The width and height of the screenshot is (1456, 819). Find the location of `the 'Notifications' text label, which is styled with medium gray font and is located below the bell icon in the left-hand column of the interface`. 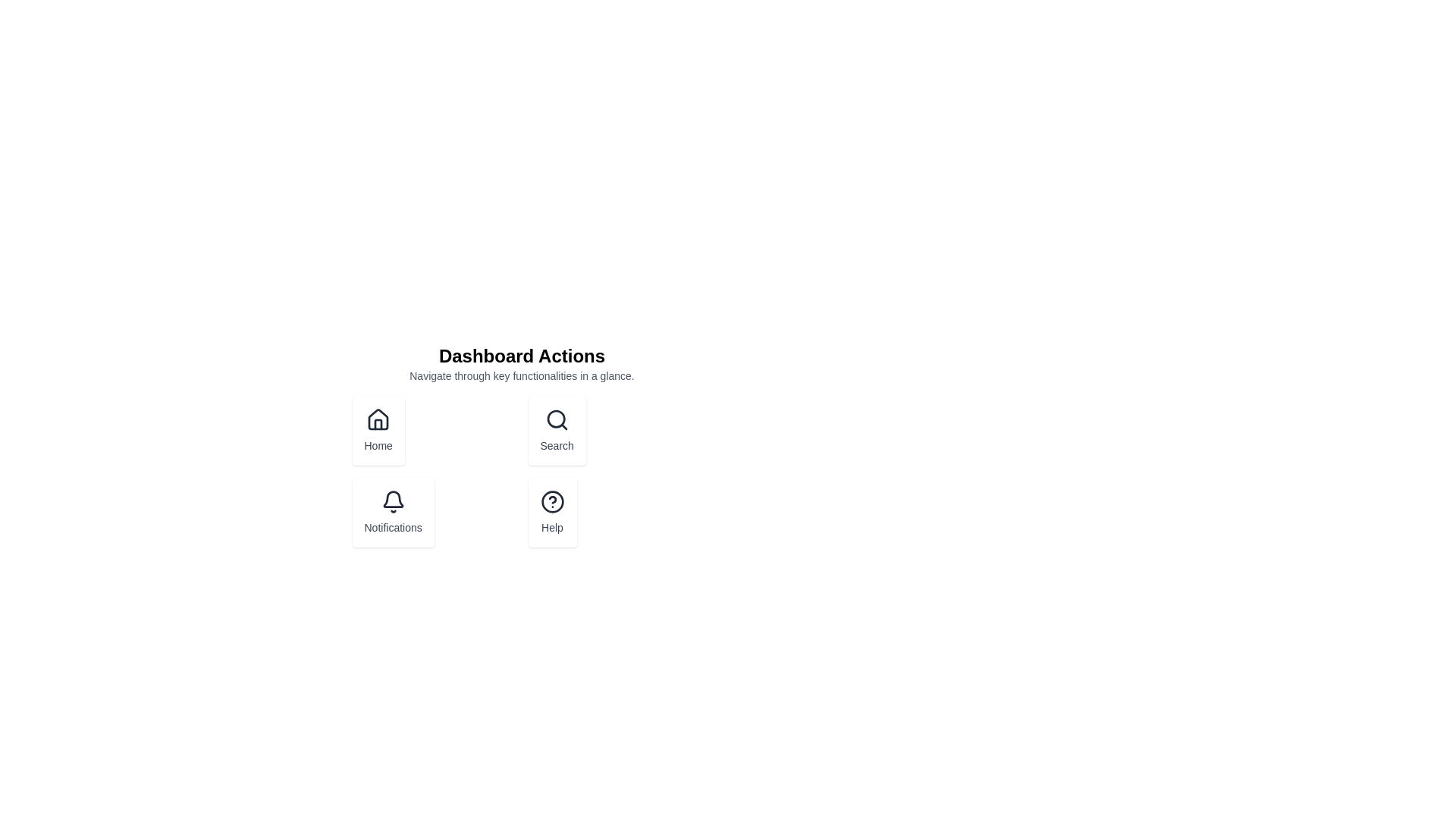

the 'Notifications' text label, which is styled with medium gray font and is located below the bell icon in the left-hand column of the interface is located at coordinates (393, 526).